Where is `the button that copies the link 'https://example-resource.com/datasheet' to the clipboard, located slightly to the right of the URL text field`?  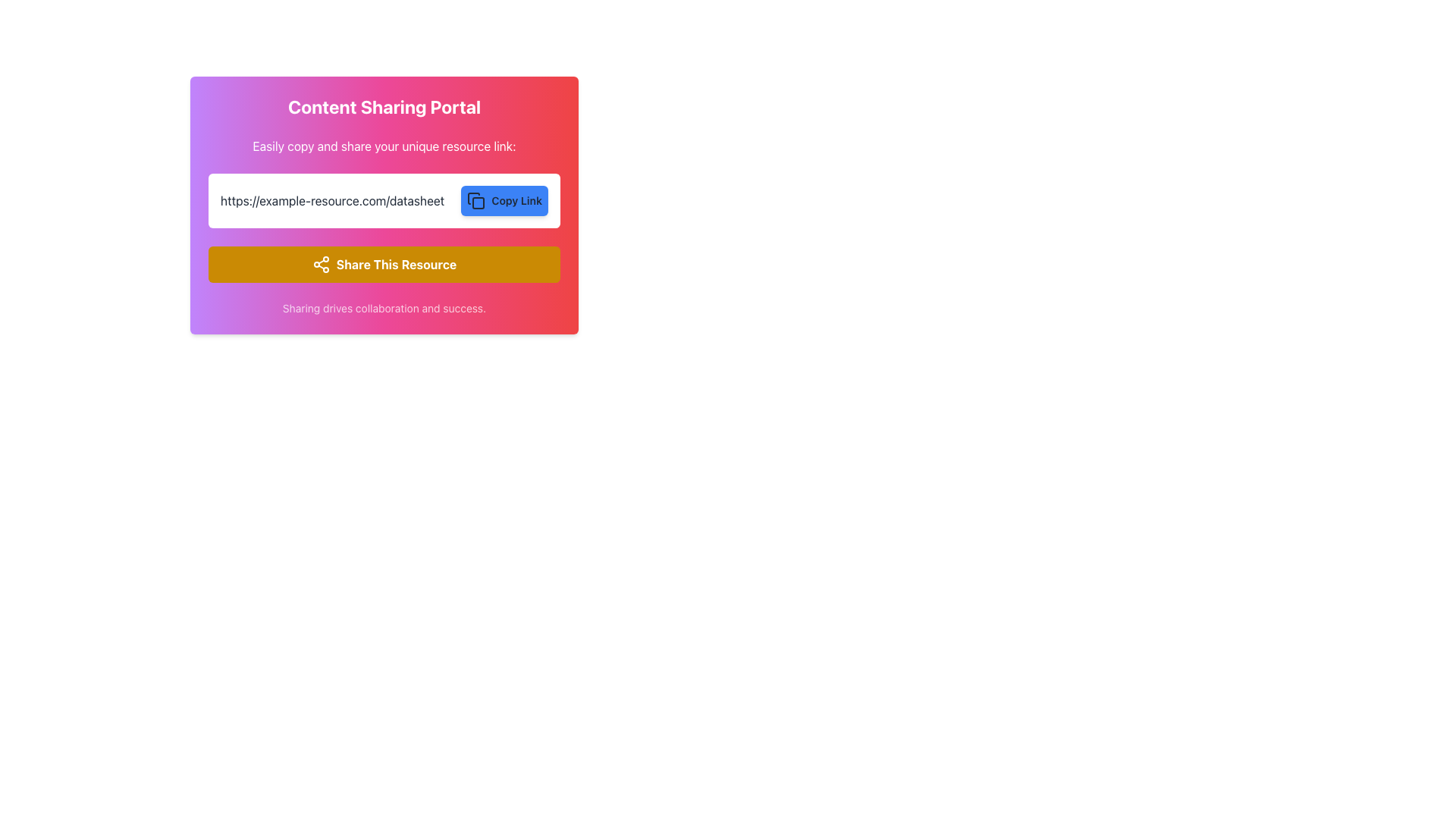 the button that copies the link 'https://example-resource.com/datasheet' to the clipboard, located slightly to the right of the URL text field is located at coordinates (504, 200).